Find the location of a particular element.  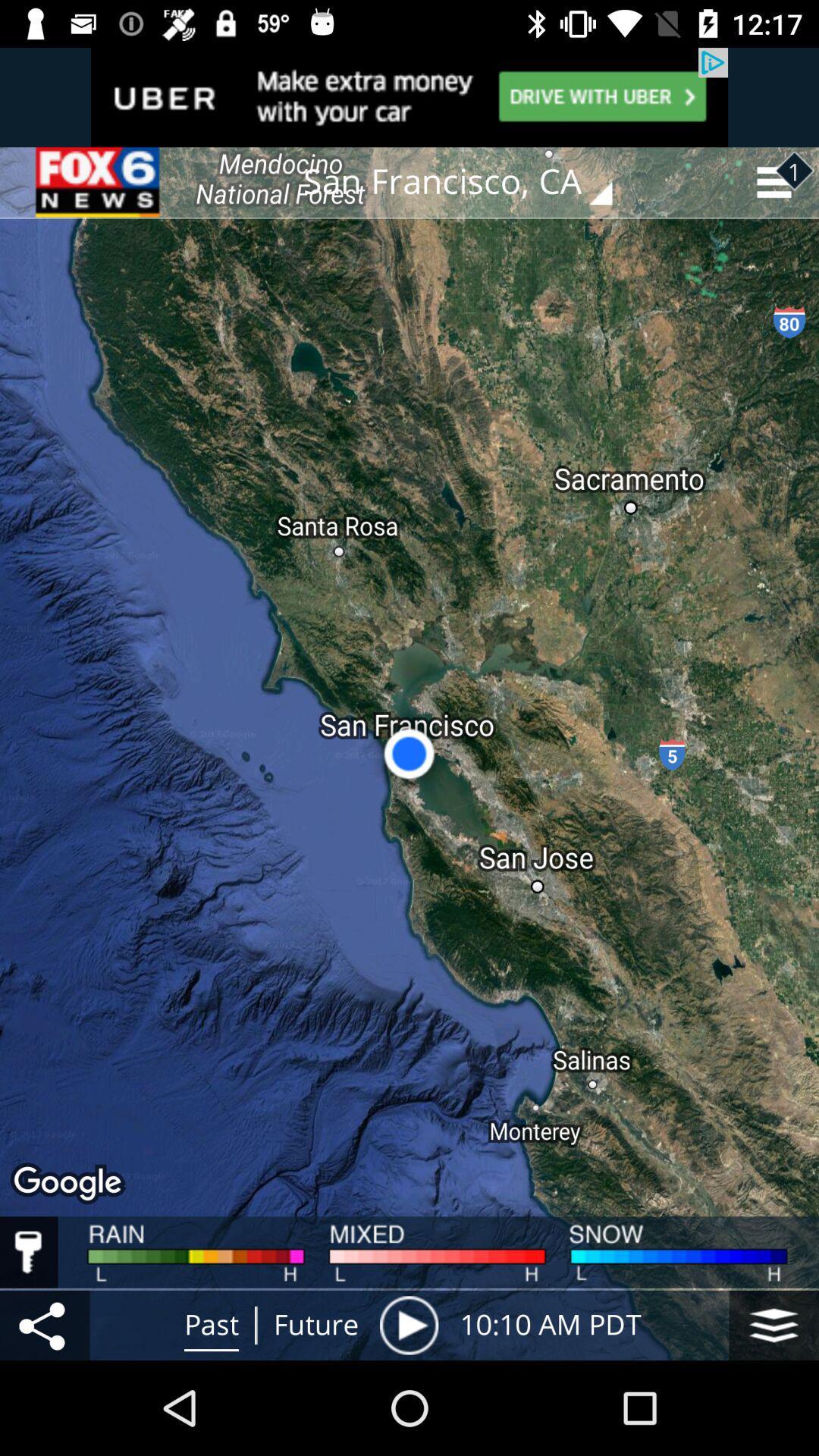

icon next to future item is located at coordinates (408, 1324).